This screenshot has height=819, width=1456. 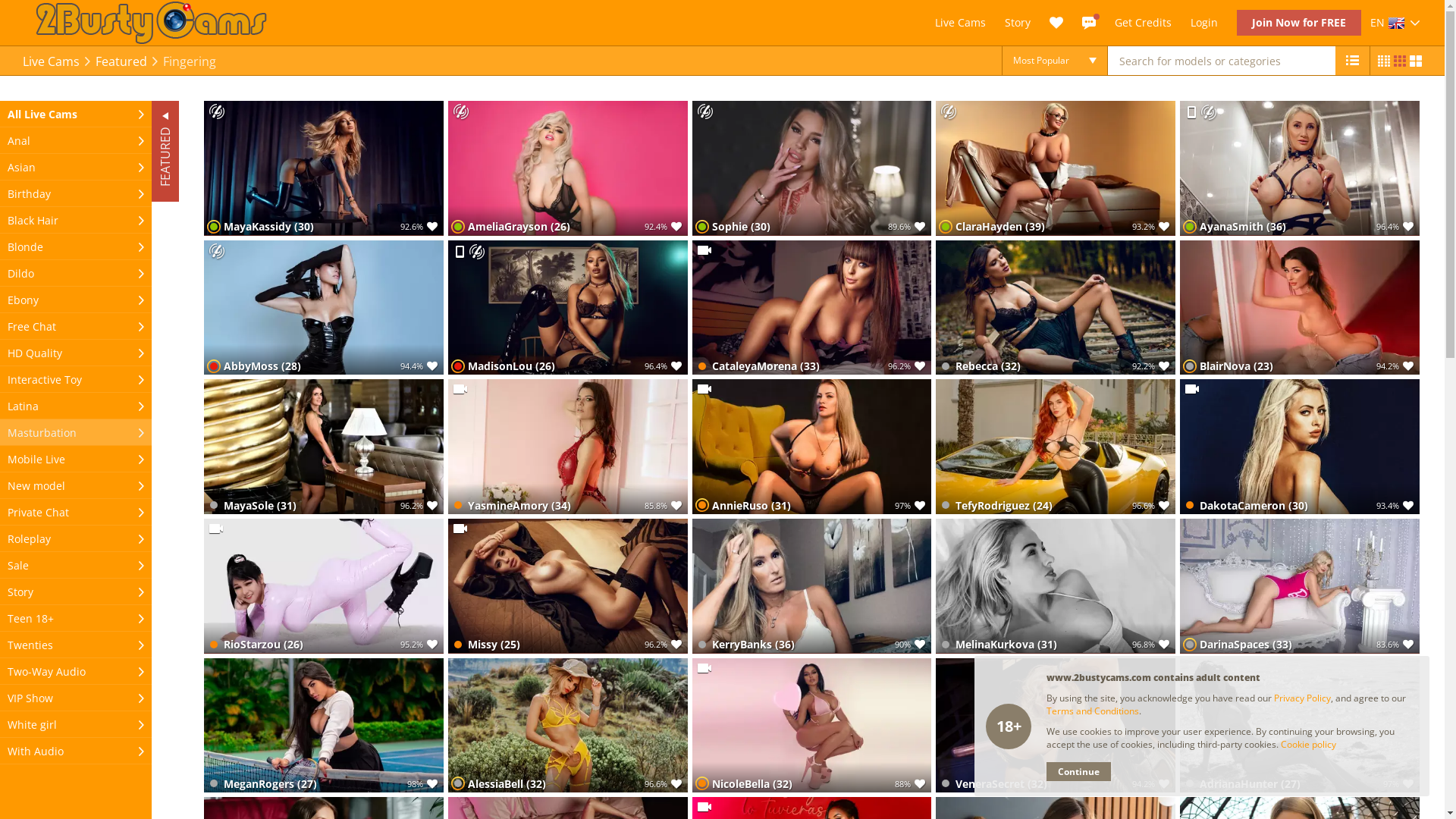 I want to click on 'Roleplay', so click(x=75, y=538).